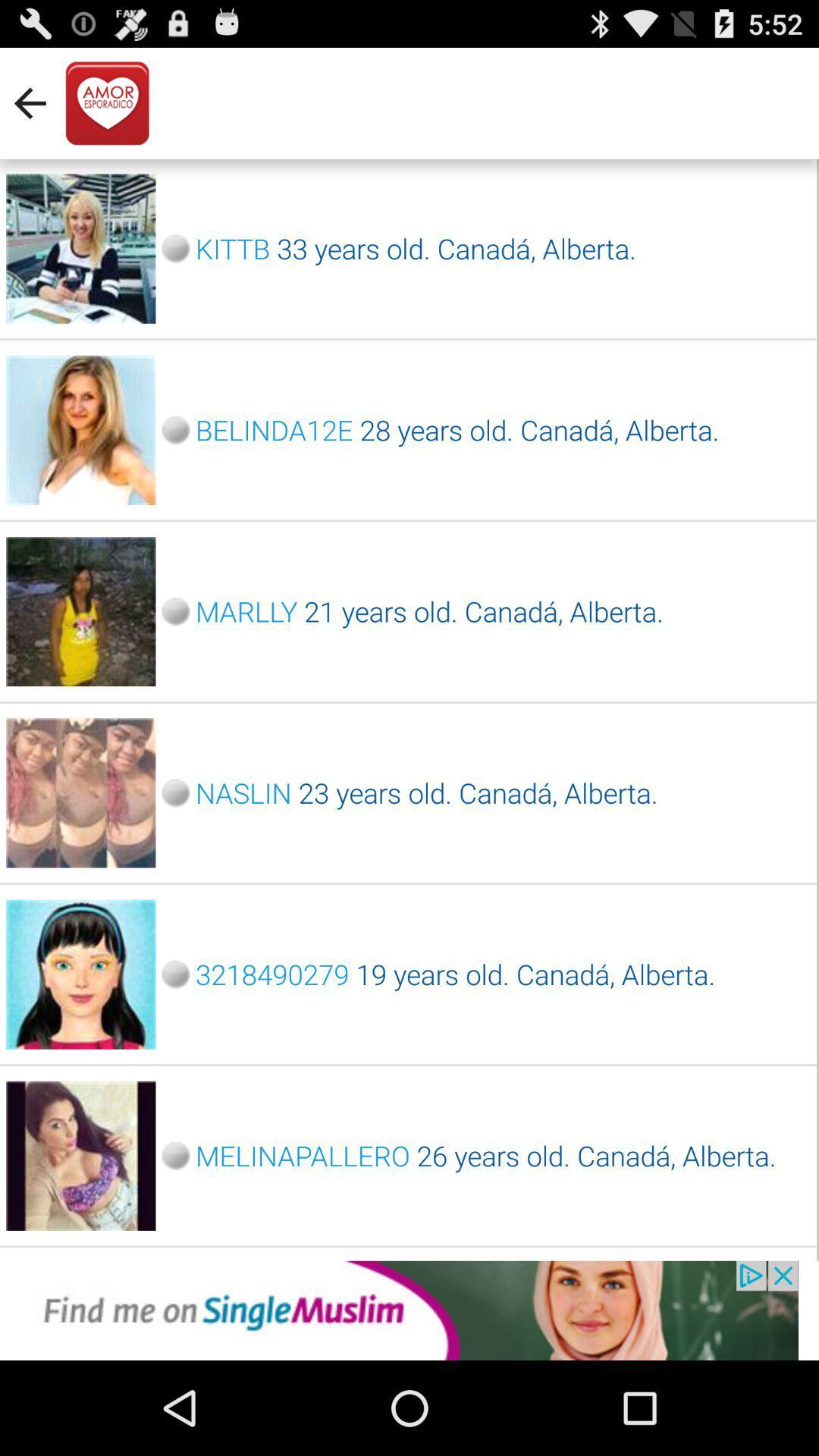  Describe the element at coordinates (409, 1310) in the screenshot. I see `advertisements` at that location.